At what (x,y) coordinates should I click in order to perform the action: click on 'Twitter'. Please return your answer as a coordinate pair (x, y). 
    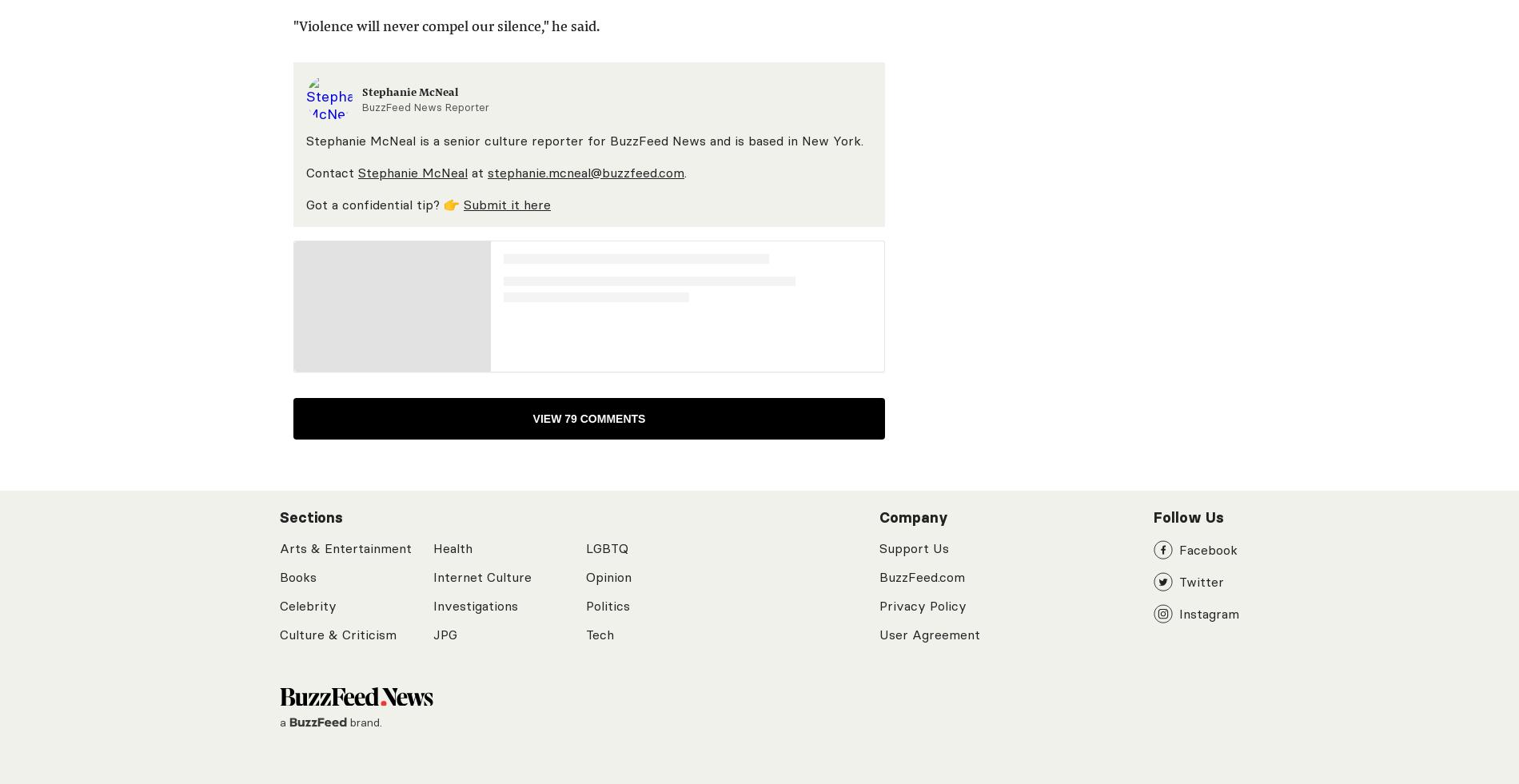
    Looking at the image, I should click on (1202, 581).